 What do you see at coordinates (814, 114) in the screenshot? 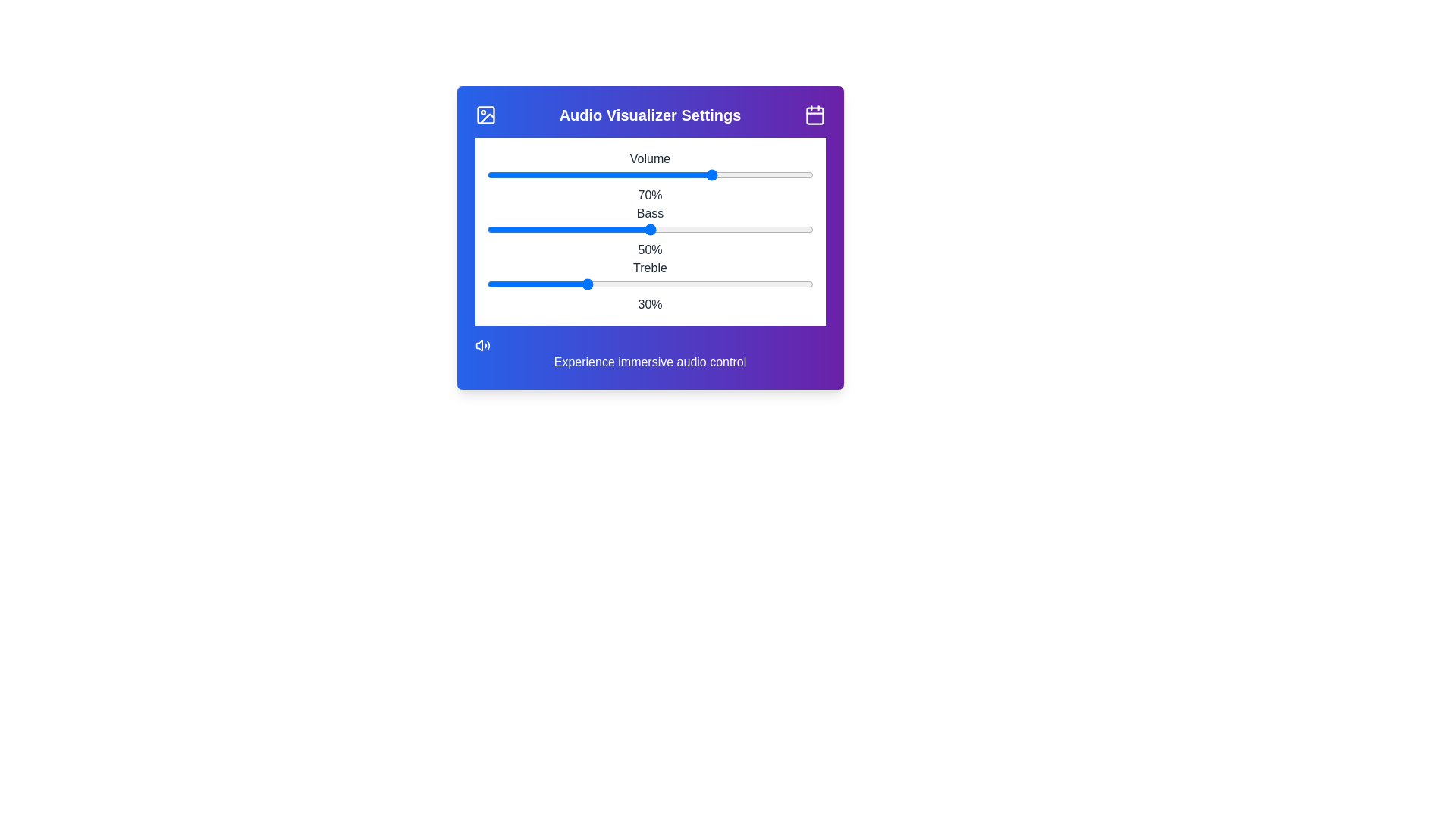
I see `the calendar icon to open related functionalities` at bounding box center [814, 114].